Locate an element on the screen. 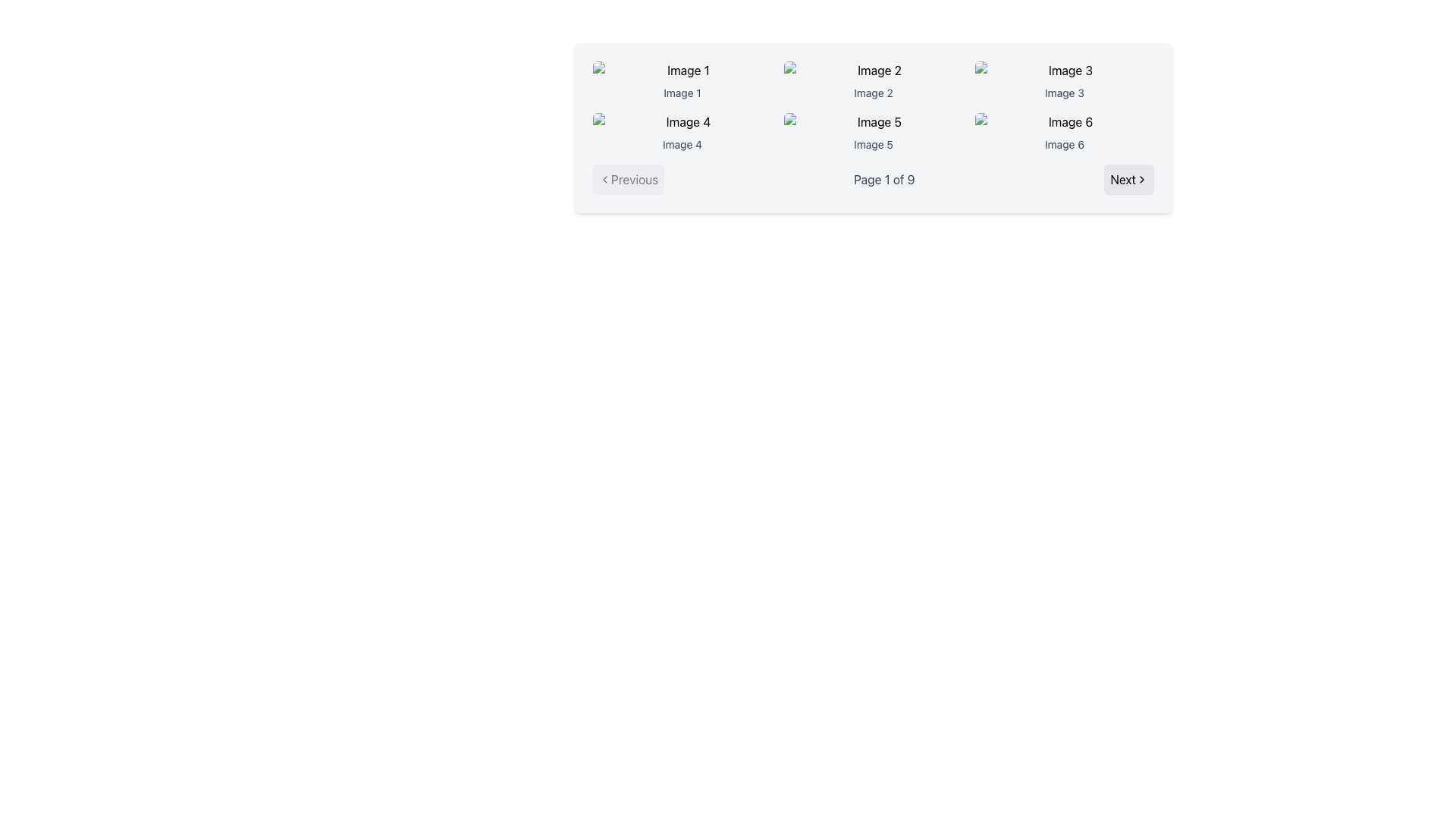 The height and width of the screenshot is (819, 1456). the image with caption 'Image 4', which is styled with rounded corners and has a smaller gray text below it, located in the second row, first column of a 3x2 grid layout is located at coordinates (682, 131).